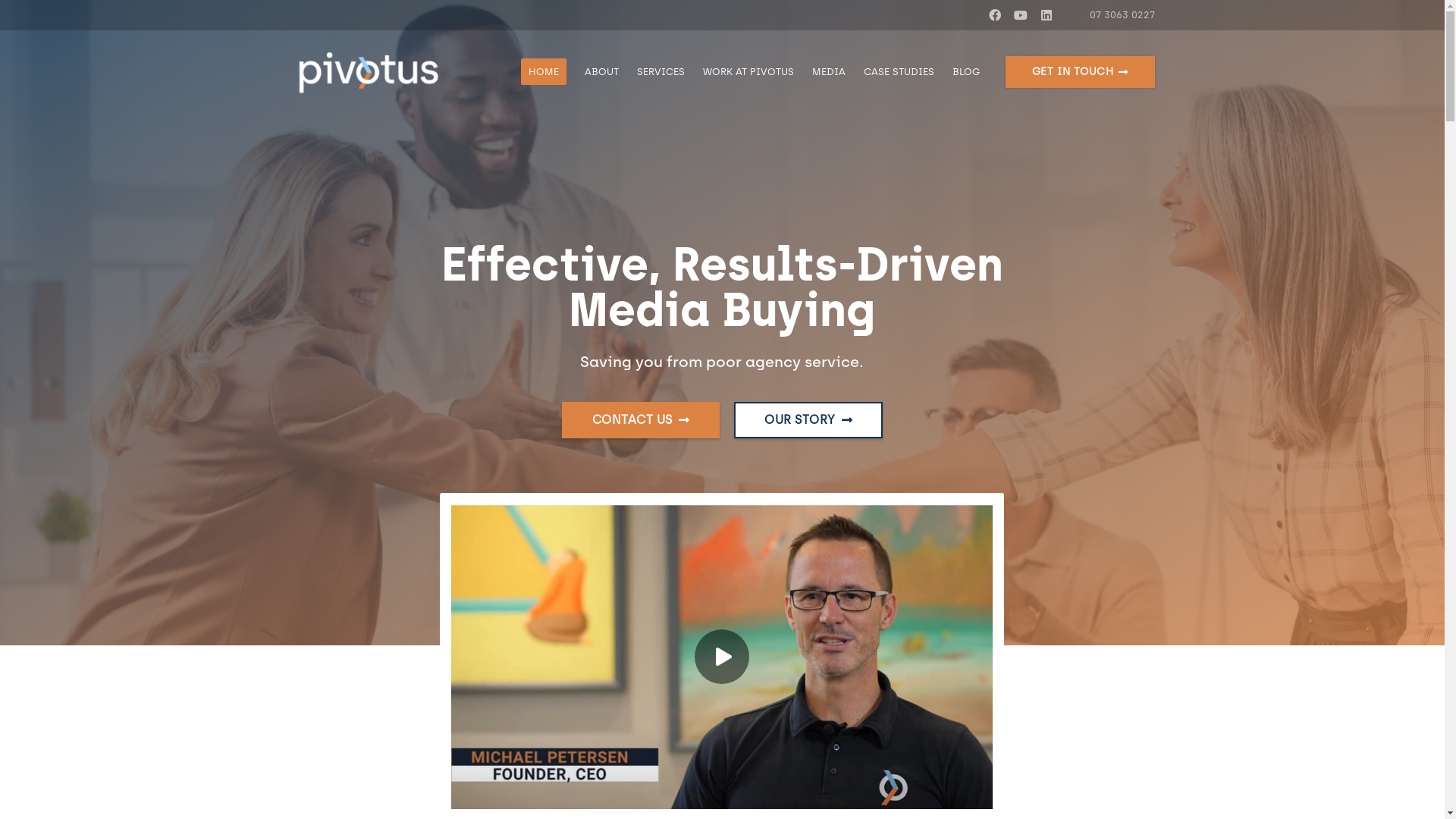 The width and height of the screenshot is (1456, 819). Describe the element at coordinates (942, 72) in the screenshot. I see `'BLOG'` at that location.